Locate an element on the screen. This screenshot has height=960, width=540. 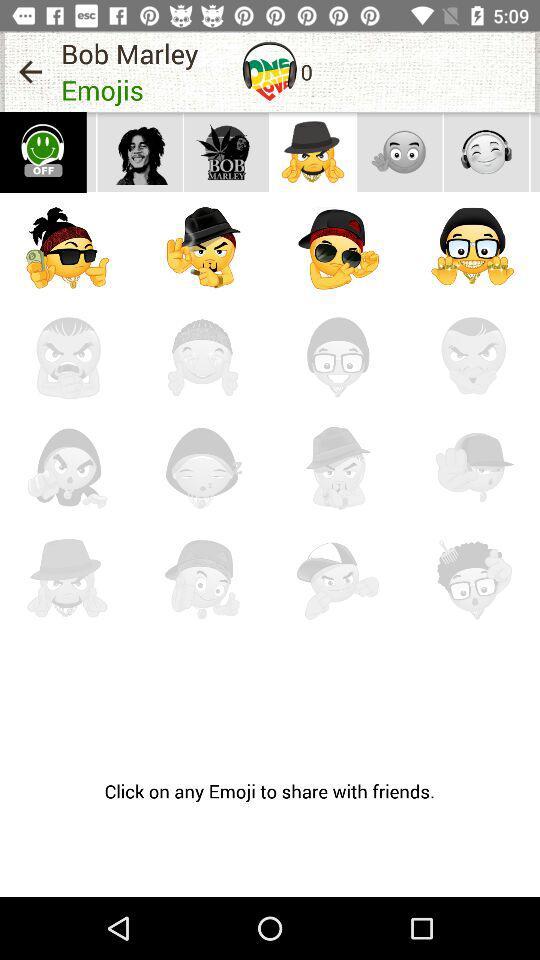
the icon to the right of the bob marley icon is located at coordinates (270, 71).